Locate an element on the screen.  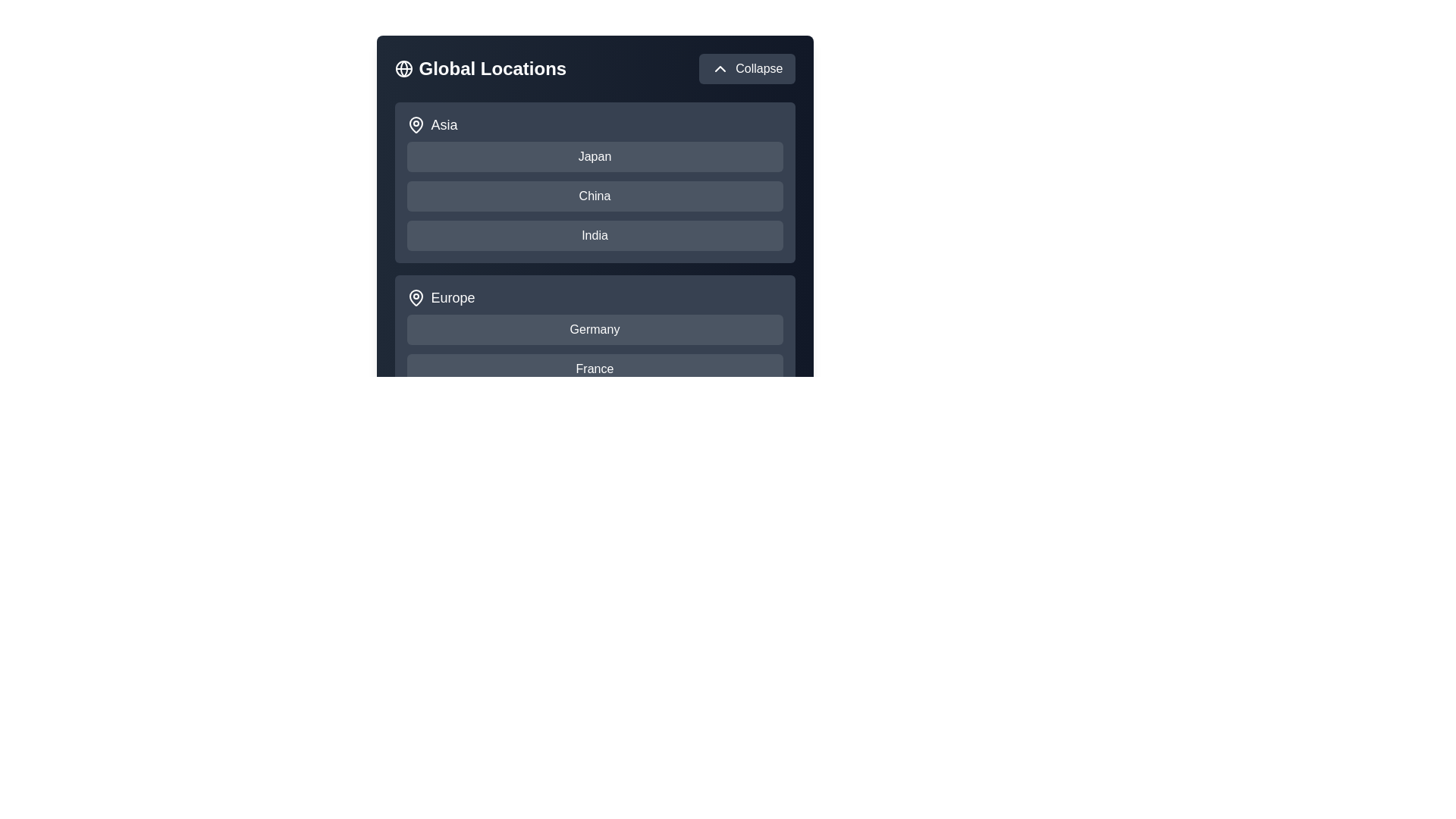
the region label Asia is located at coordinates (594, 124).